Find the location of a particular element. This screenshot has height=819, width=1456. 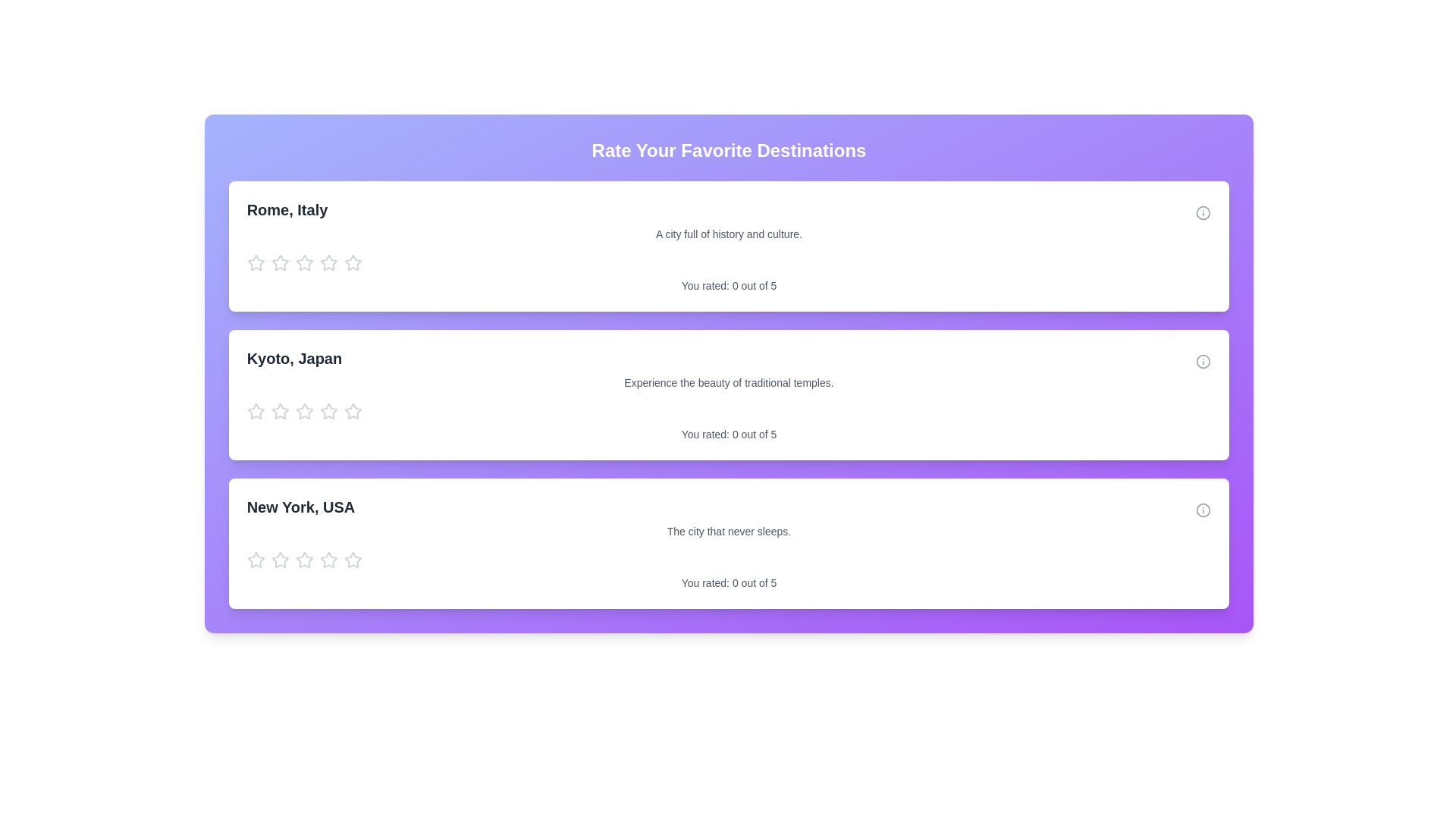

the first star icon in the rating system for 'Rome, Italy', which changes color from gray to yellow when hovered over is located at coordinates (256, 262).